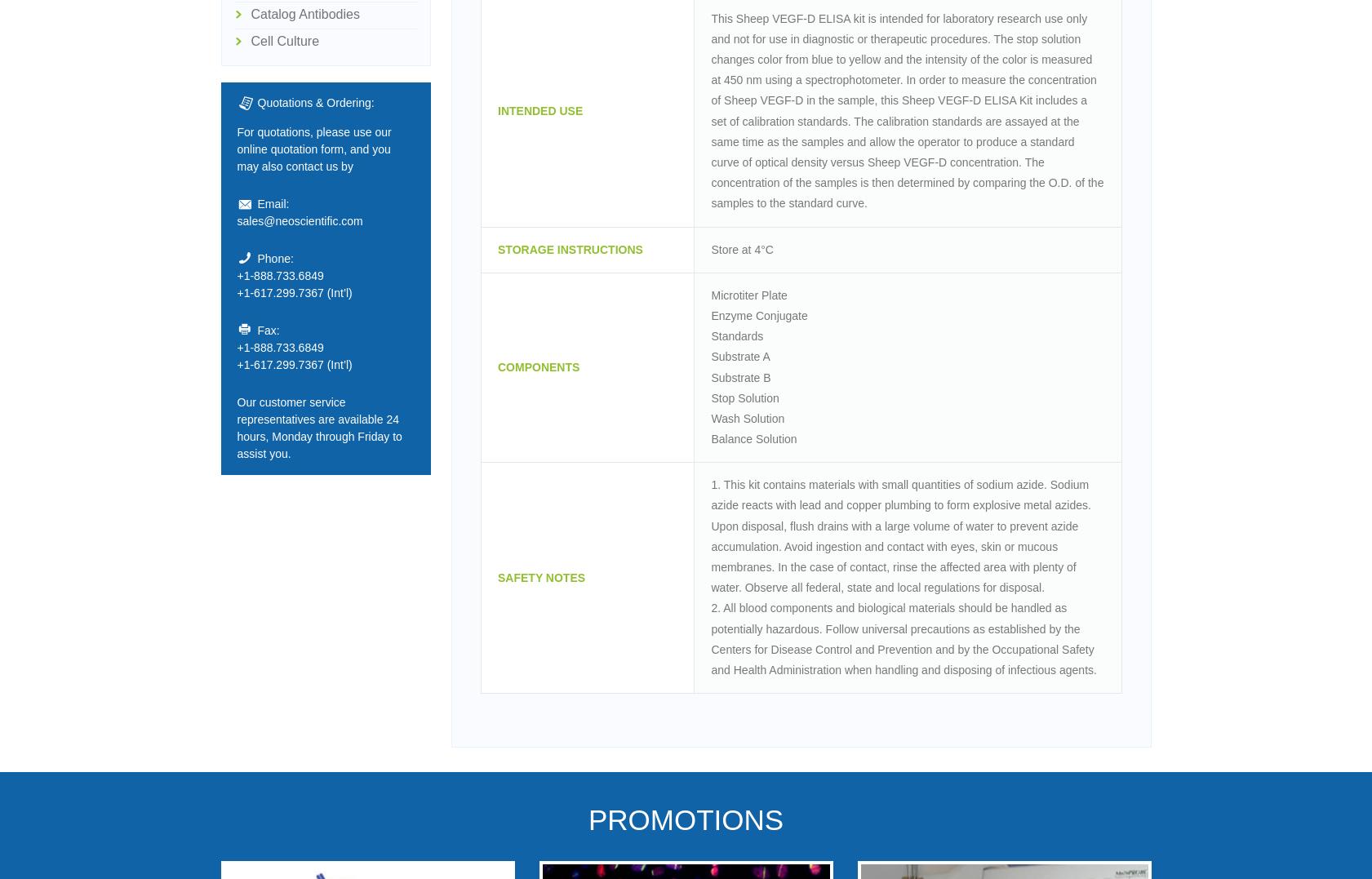 Image resolution: width=1372 pixels, height=879 pixels. I want to click on 'promotions', so click(684, 819).